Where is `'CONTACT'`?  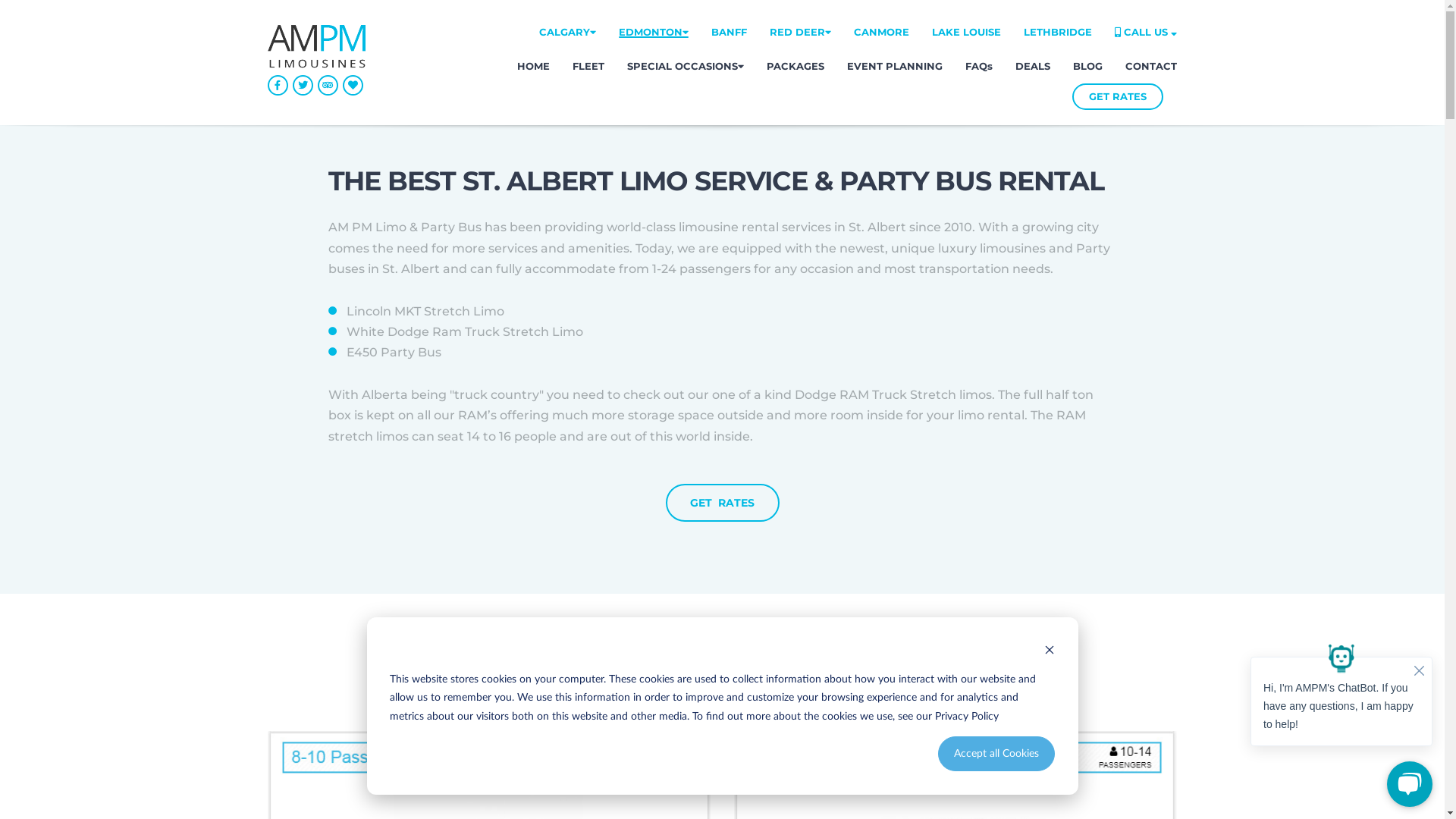
'CONTACT' is located at coordinates (1150, 65).